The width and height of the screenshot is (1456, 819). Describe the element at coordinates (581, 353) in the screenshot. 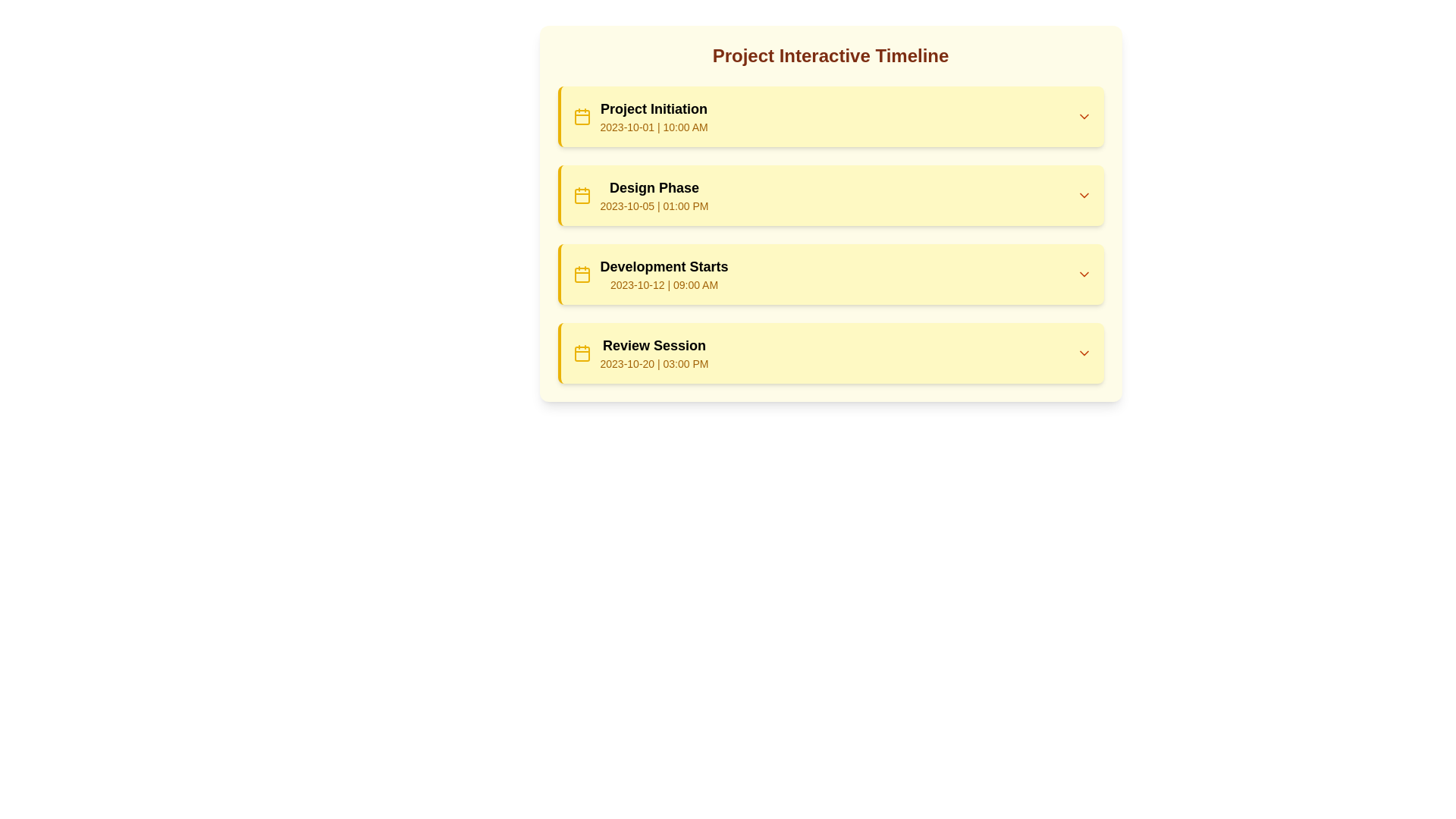

I see `the date-related entry icon located to the left of the text 'Review Session' and '2023-10-20 | 03:00 PM' in the fourth list item of the 'Project Interactive Timeline' section` at that location.